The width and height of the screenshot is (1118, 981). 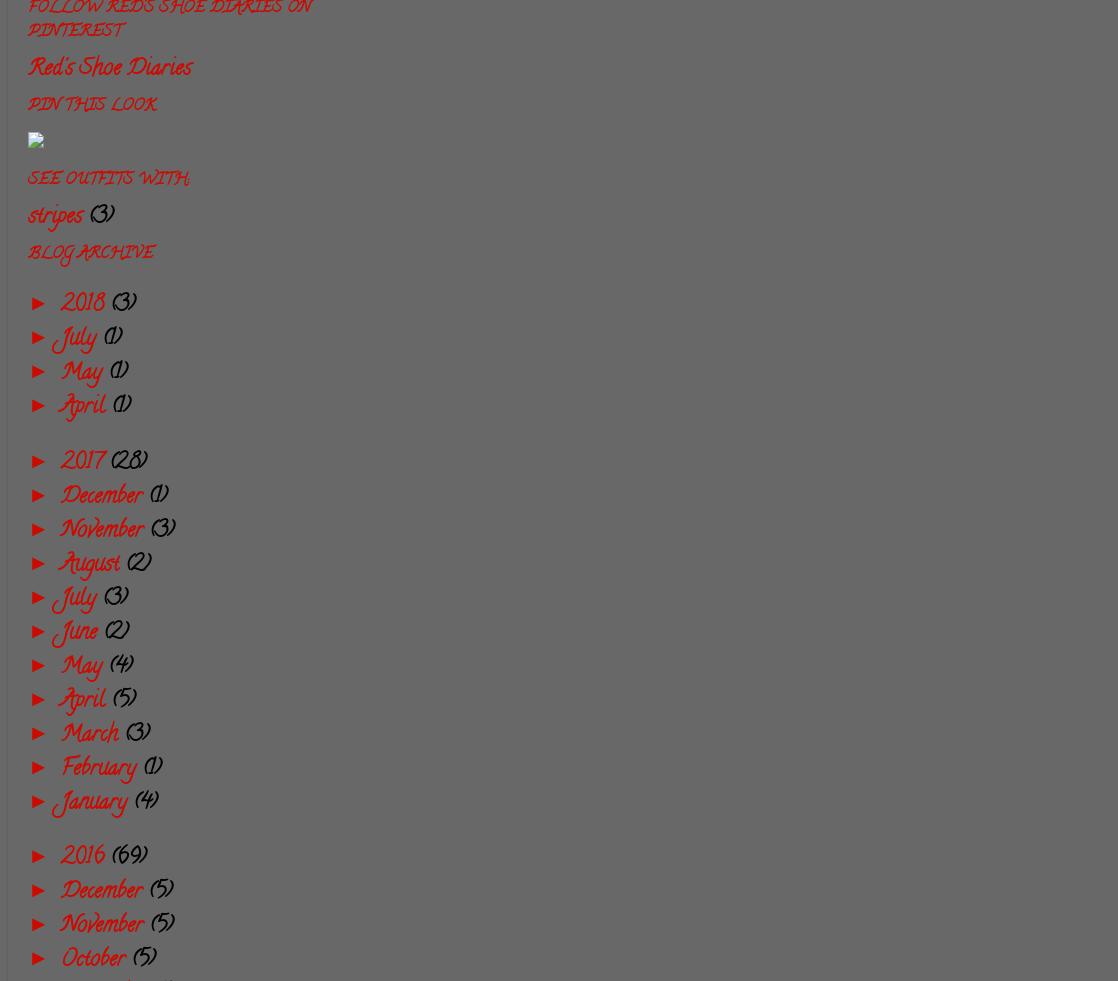 I want to click on '(28)', so click(x=127, y=462).